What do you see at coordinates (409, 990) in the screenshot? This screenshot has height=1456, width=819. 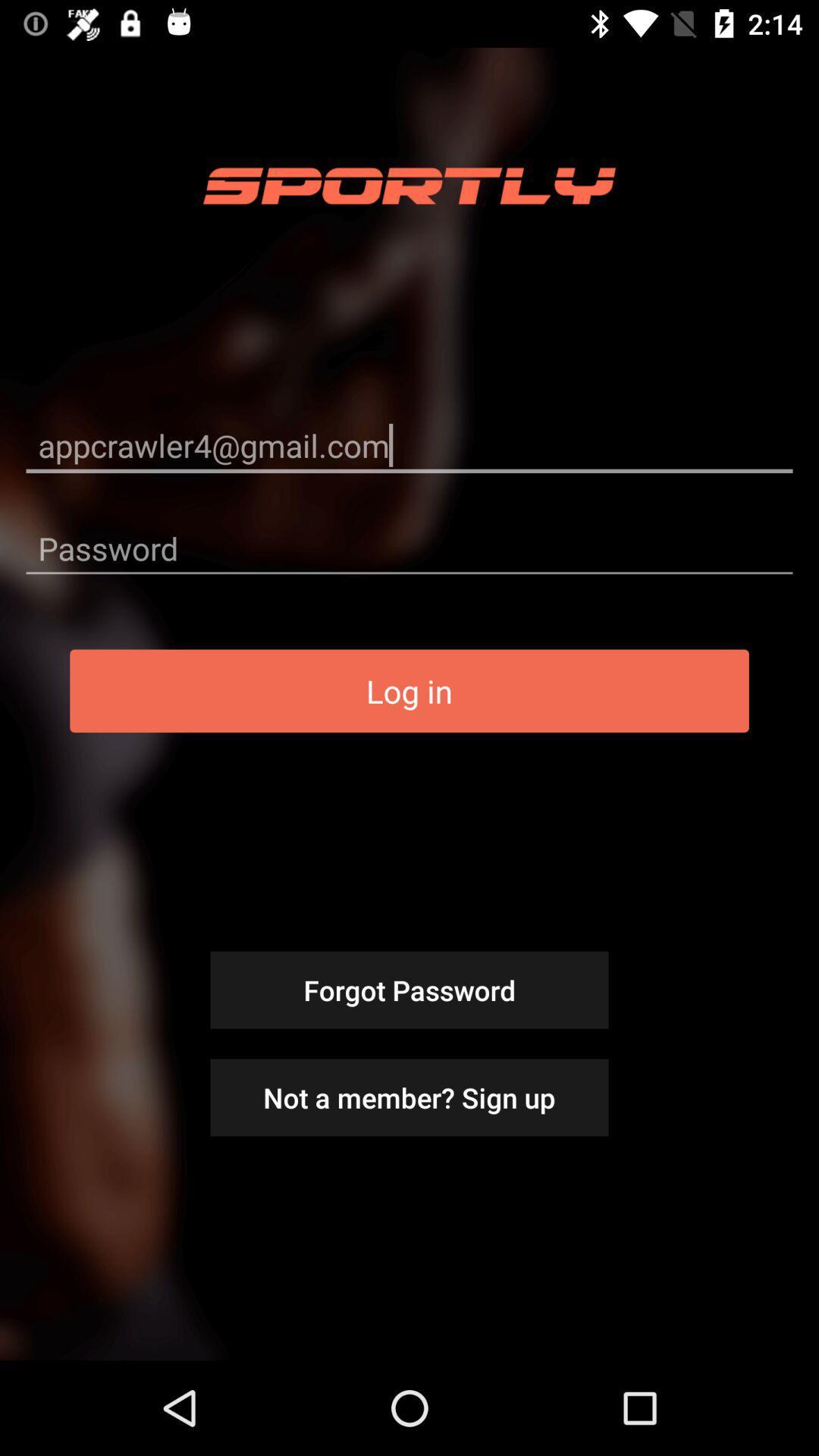 I see `forgot password icon` at bounding box center [409, 990].